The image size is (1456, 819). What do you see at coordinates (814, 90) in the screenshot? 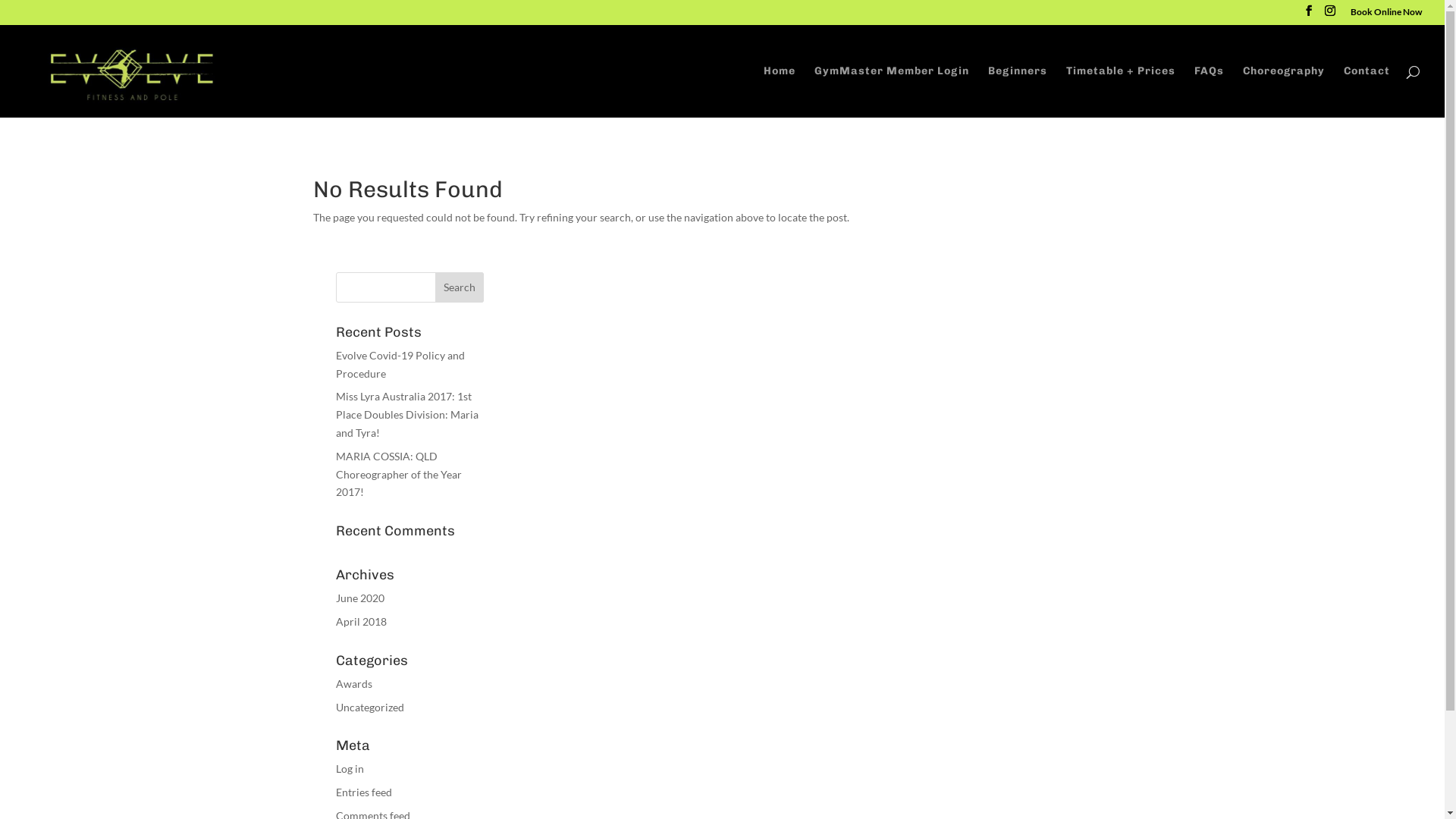
I see `'GymMaster Member Login'` at bounding box center [814, 90].